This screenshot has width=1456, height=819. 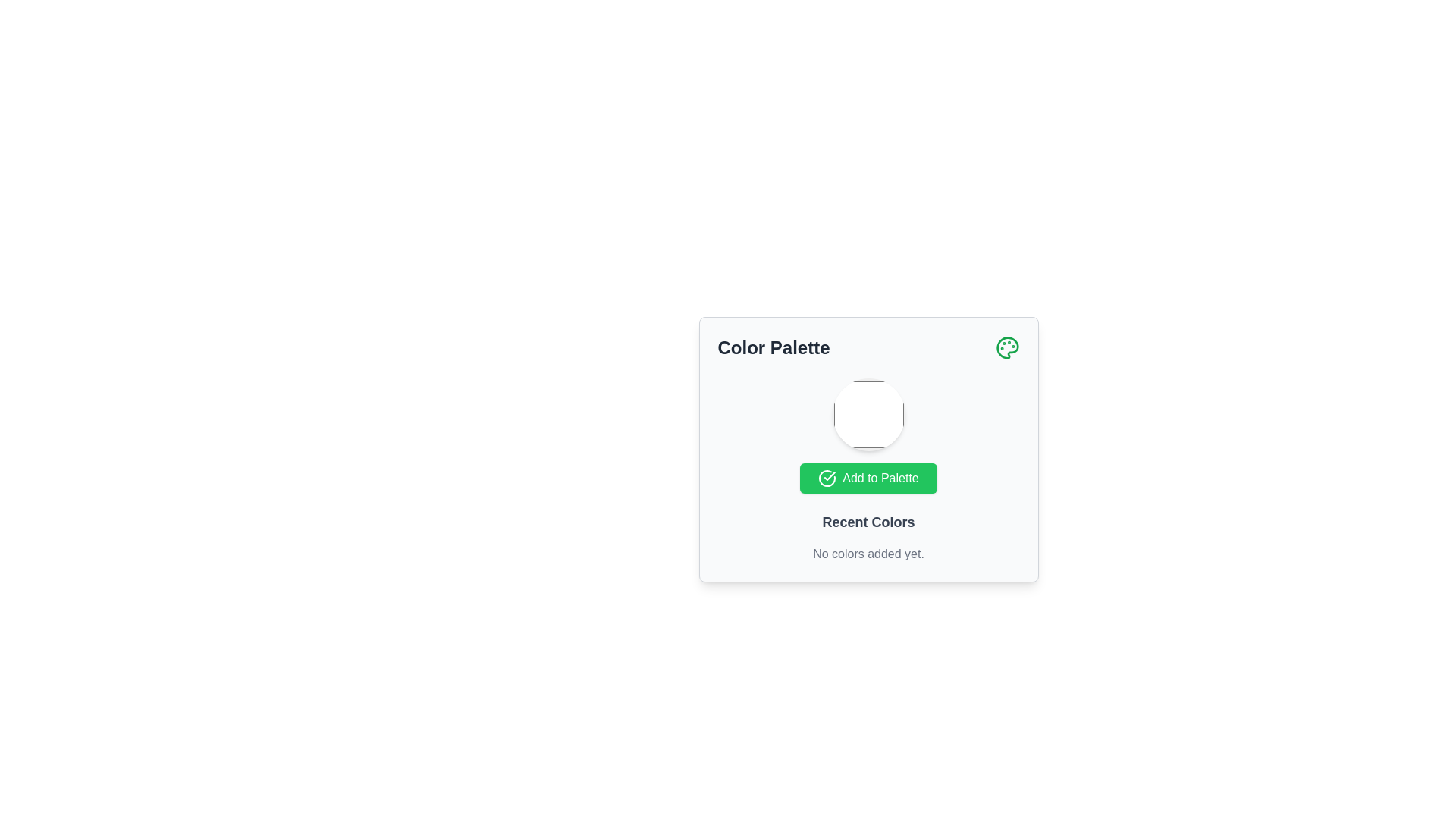 What do you see at coordinates (868, 415) in the screenshot?
I see `the white circular button located at the center of the 'Color Palette' section` at bounding box center [868, 415].